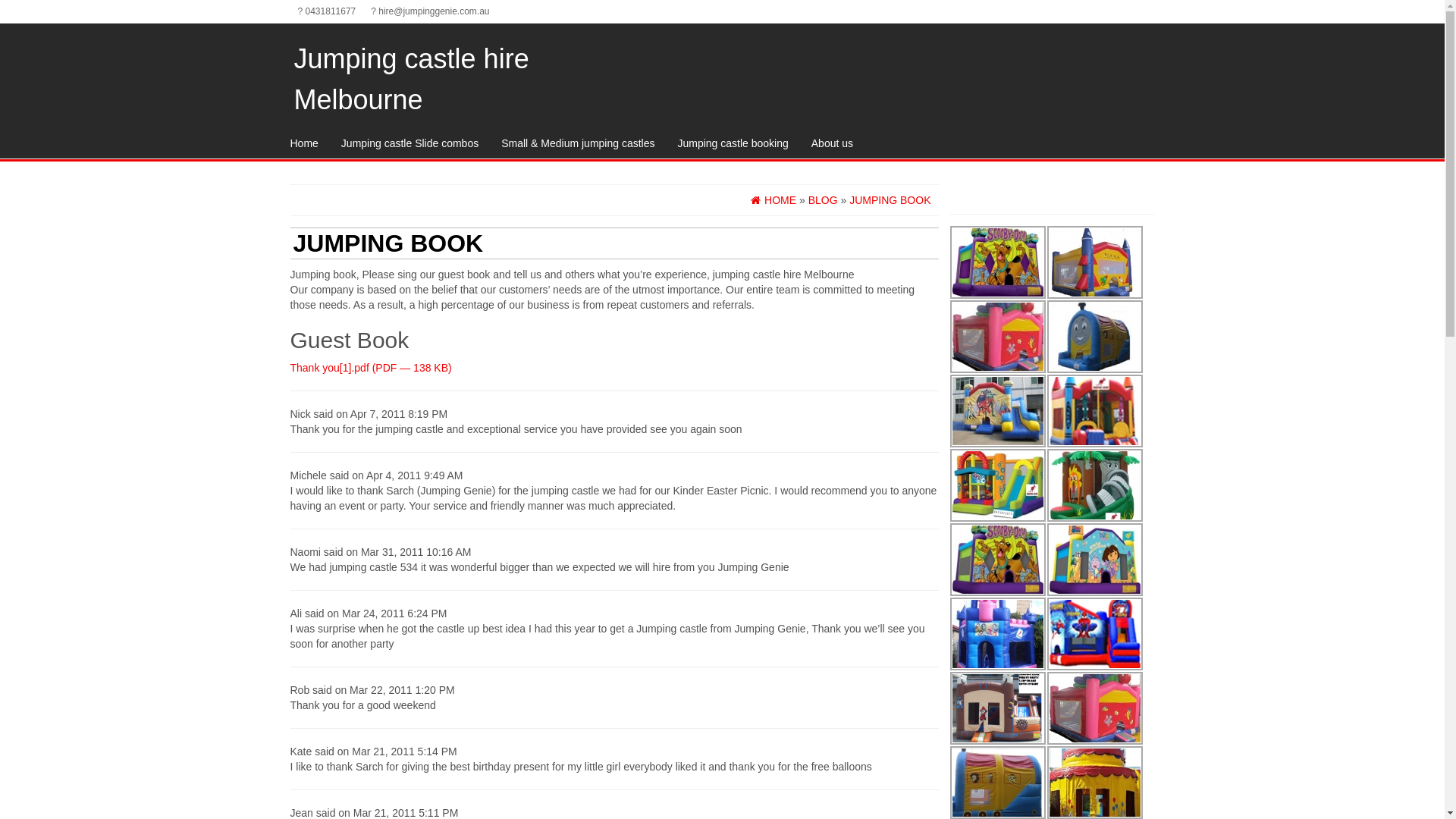 The image size is (1456, 819). What do you see at coordinates (411, 79) in the screenshot?
I see `'Jumping castle hire Melbourne'` at bounding box center [411, 79].